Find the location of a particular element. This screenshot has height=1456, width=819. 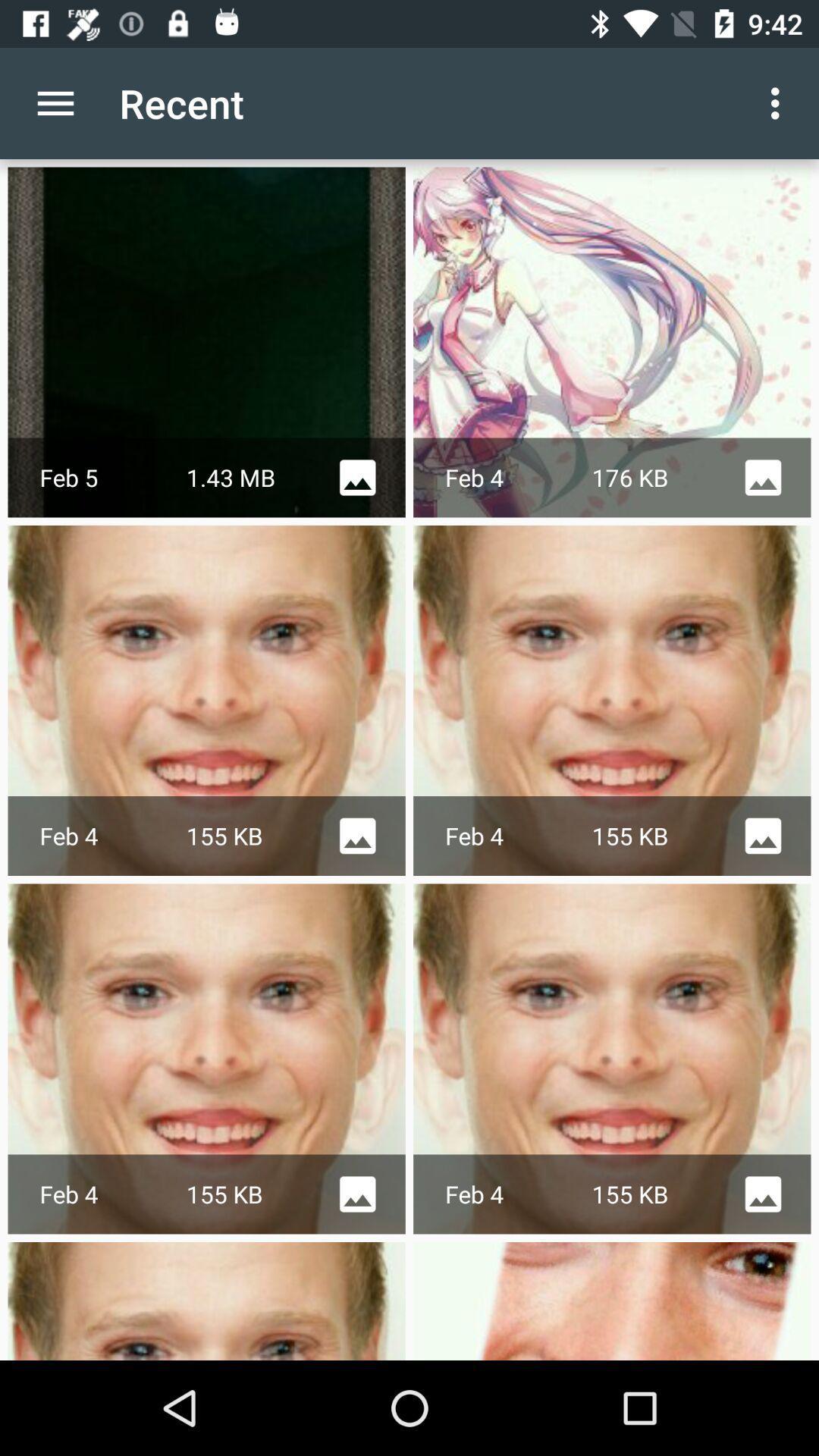

the icon to the right of the recent item is located at coordinates (779, 102).